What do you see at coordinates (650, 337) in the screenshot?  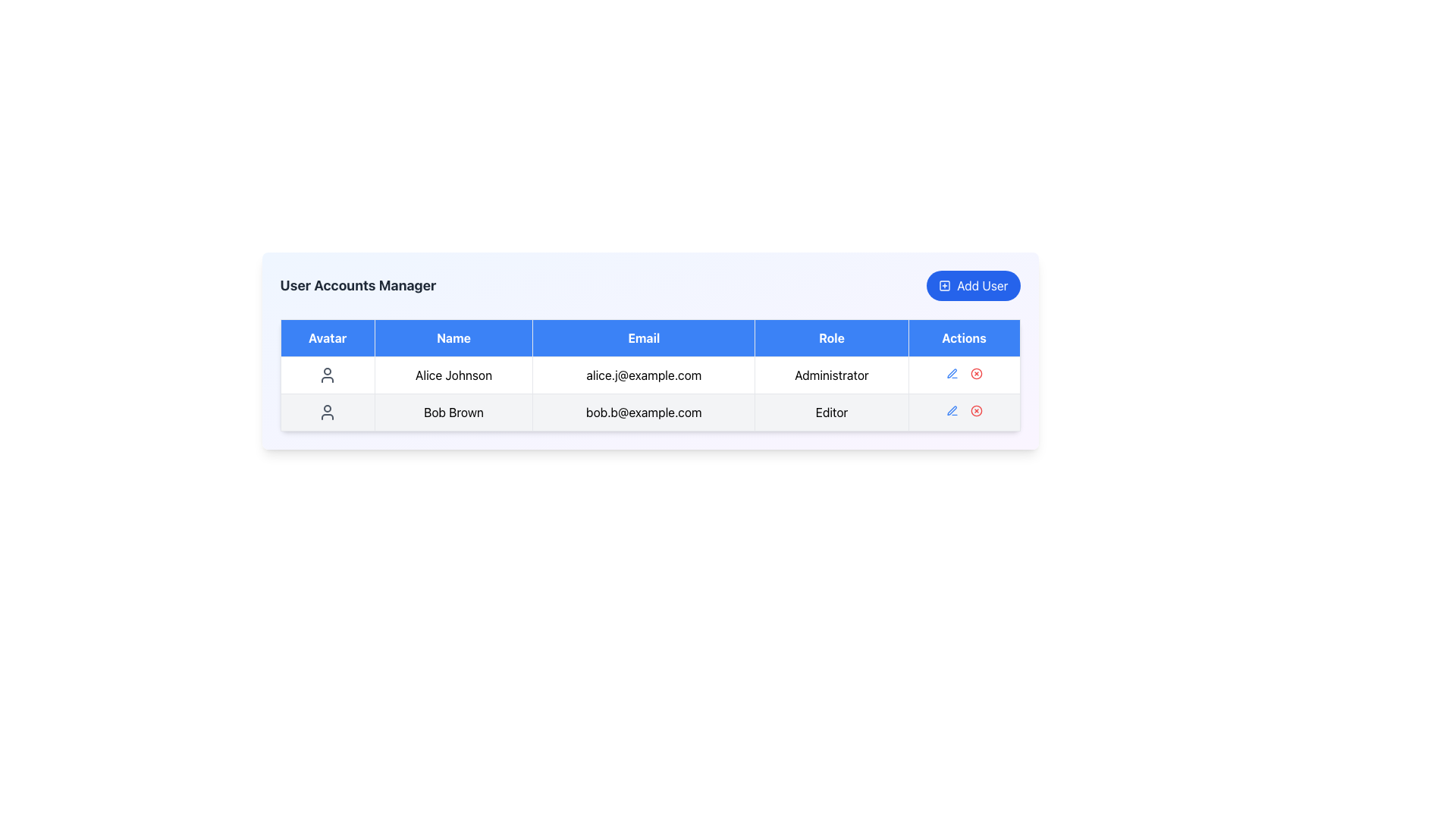 I see `the Table Header Row, which has a bright blue background and white text, featuring sections labeled 'Avatar', 'Name', 'Email', 'Role', and 'Actions'` at bounding box center [650, 337].